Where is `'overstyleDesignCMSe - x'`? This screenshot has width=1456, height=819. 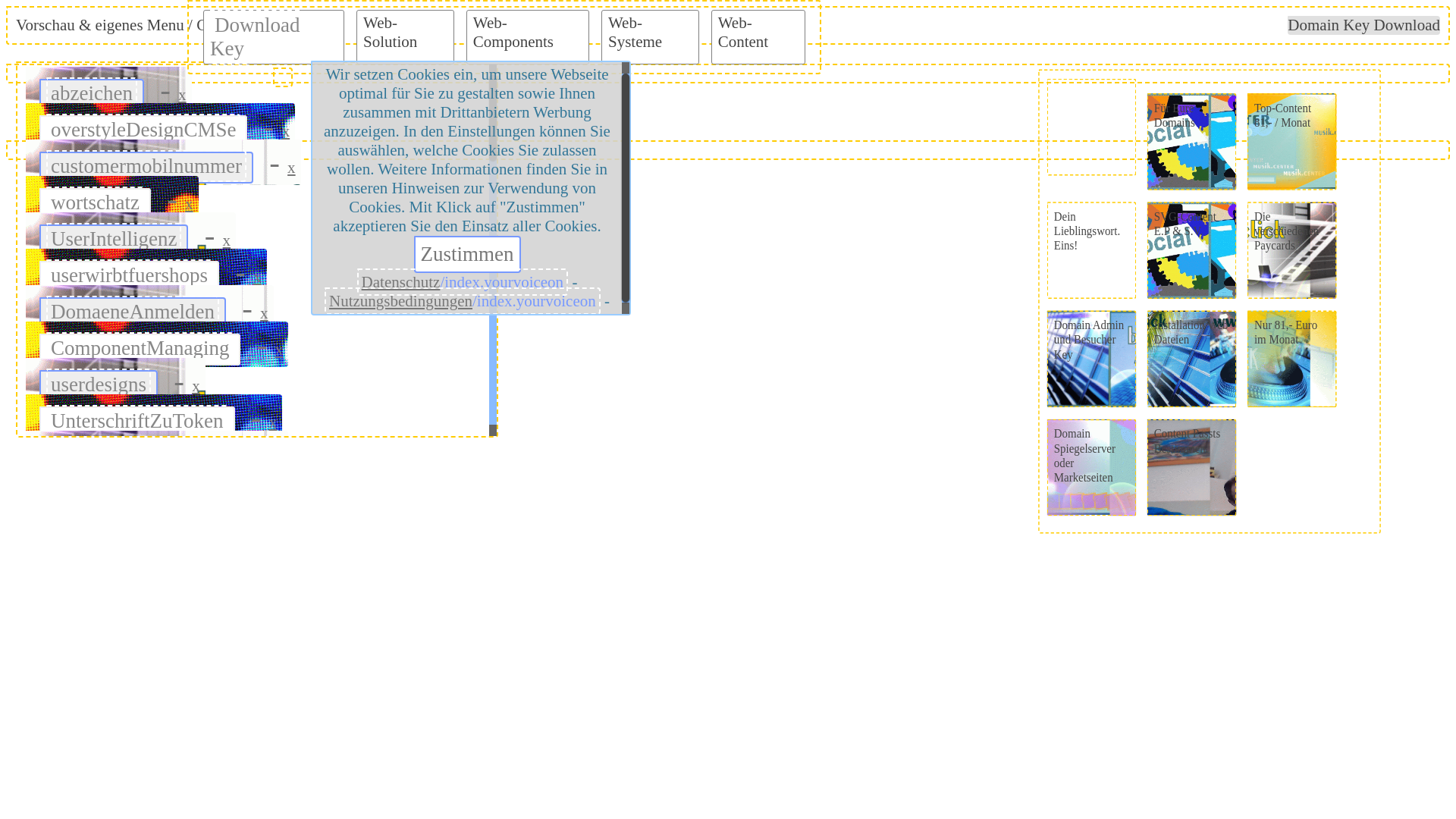 'overstyleDesignCMSe - x' is located at coordinates (160, 124).